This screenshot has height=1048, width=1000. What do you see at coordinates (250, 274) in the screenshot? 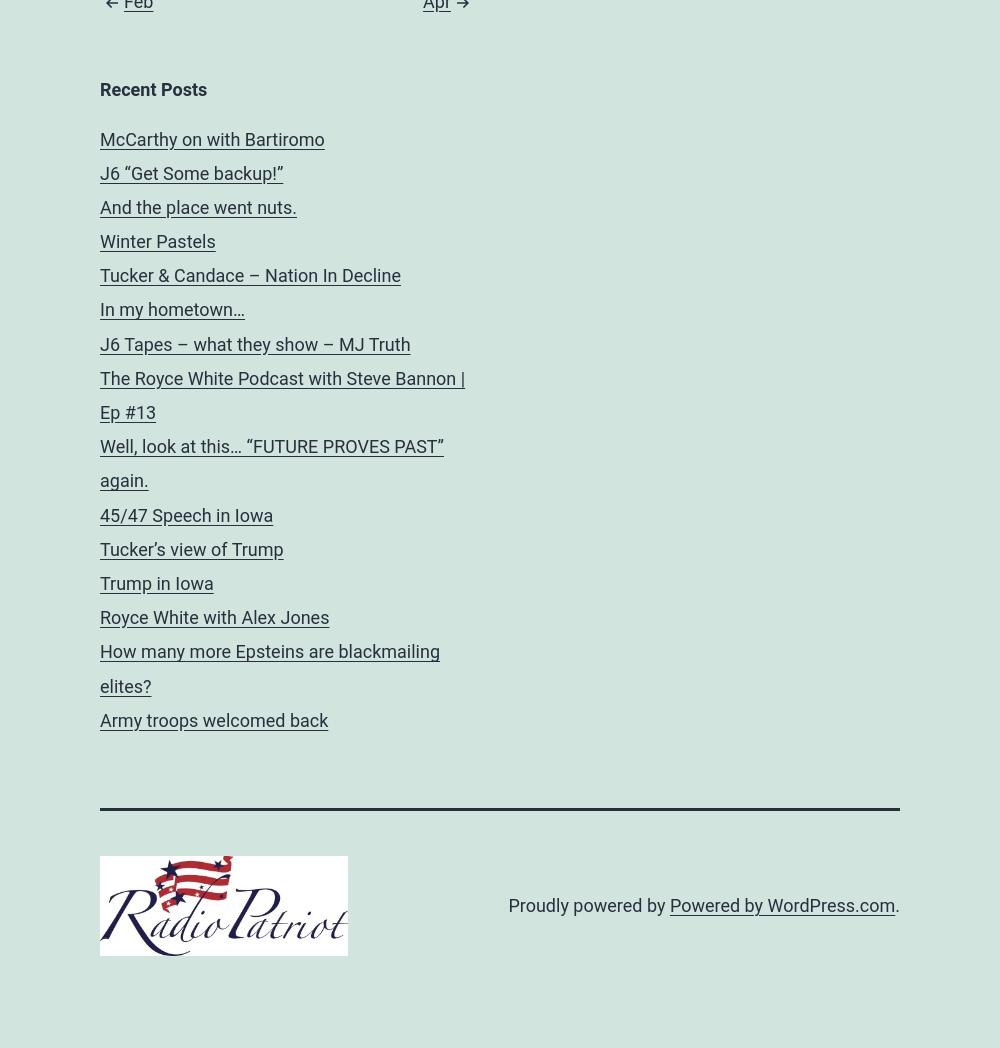
I see `'Tucker & Candace – Nation In Decline'` at bounding box center [250, 274].